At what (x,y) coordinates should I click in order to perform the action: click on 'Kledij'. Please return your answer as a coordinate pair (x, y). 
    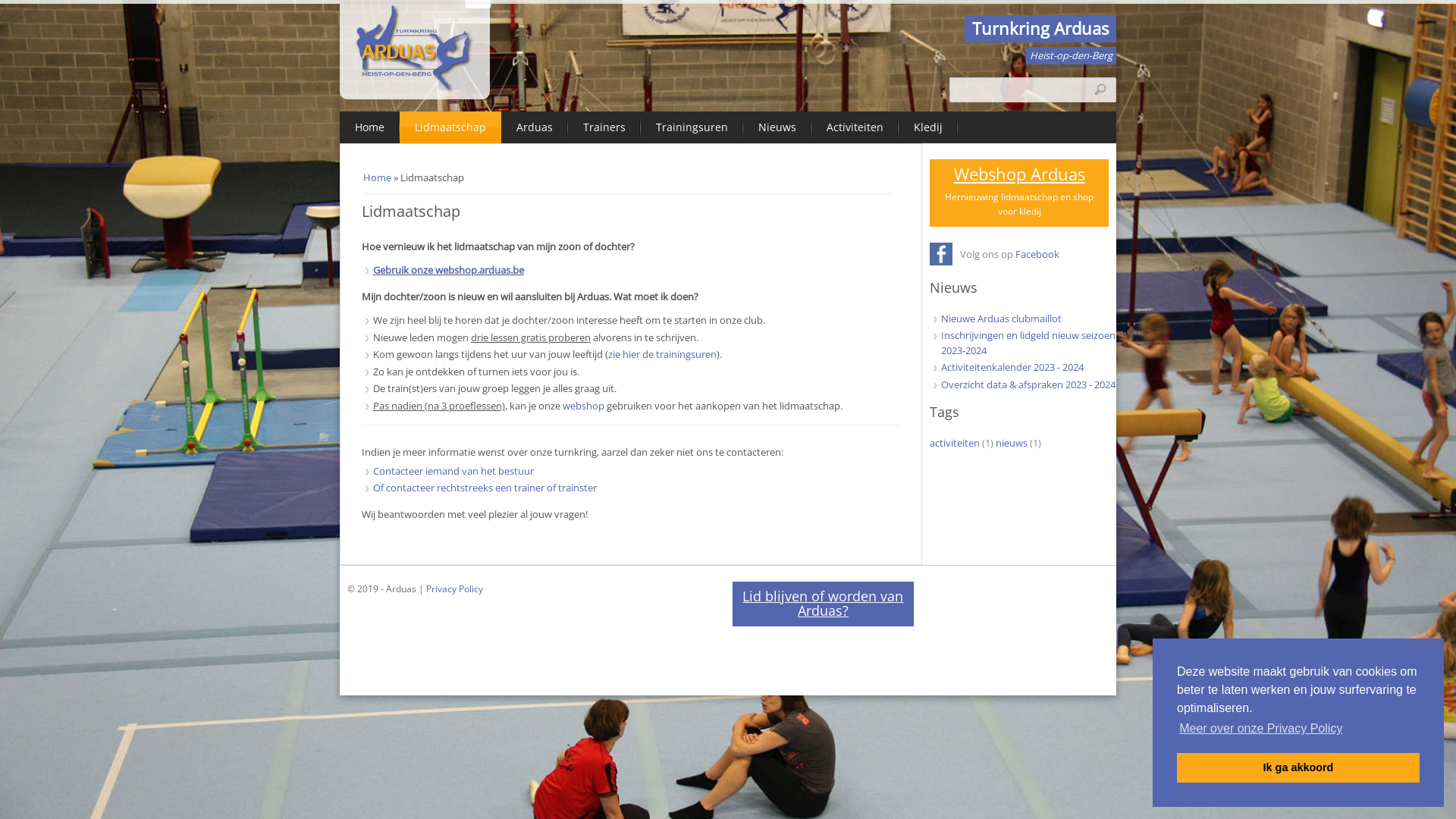
    Looking at the image, I should click on (927, 127).